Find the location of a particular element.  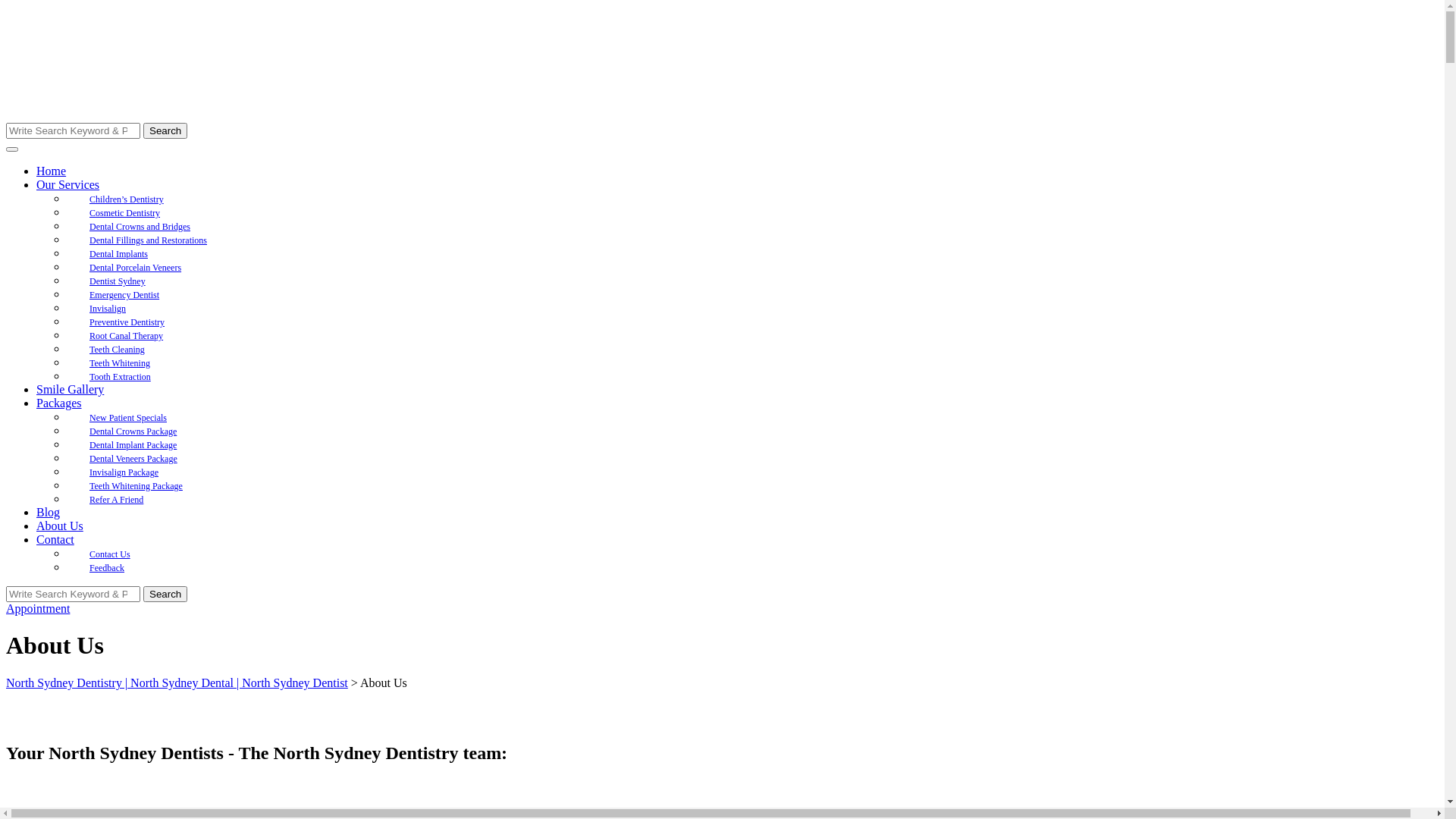

'Teeth Cleaning' is located at coordinates (116, 350).